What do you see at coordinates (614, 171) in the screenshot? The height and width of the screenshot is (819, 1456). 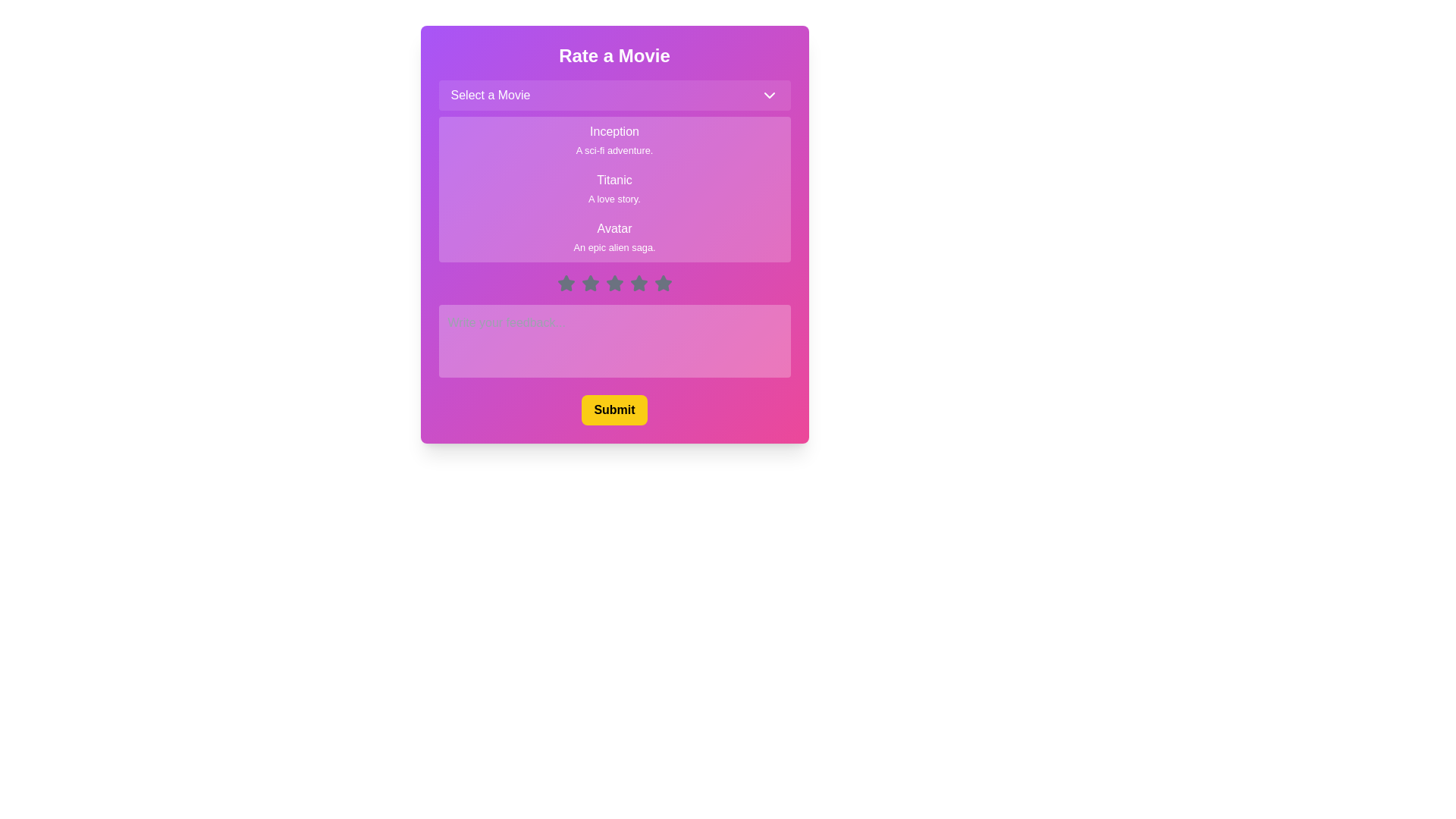 I see `the movie title in the dropdown menu that lists 'Inception', 'Titanic', and 'Avatar'` at bounding box center [614, 171].